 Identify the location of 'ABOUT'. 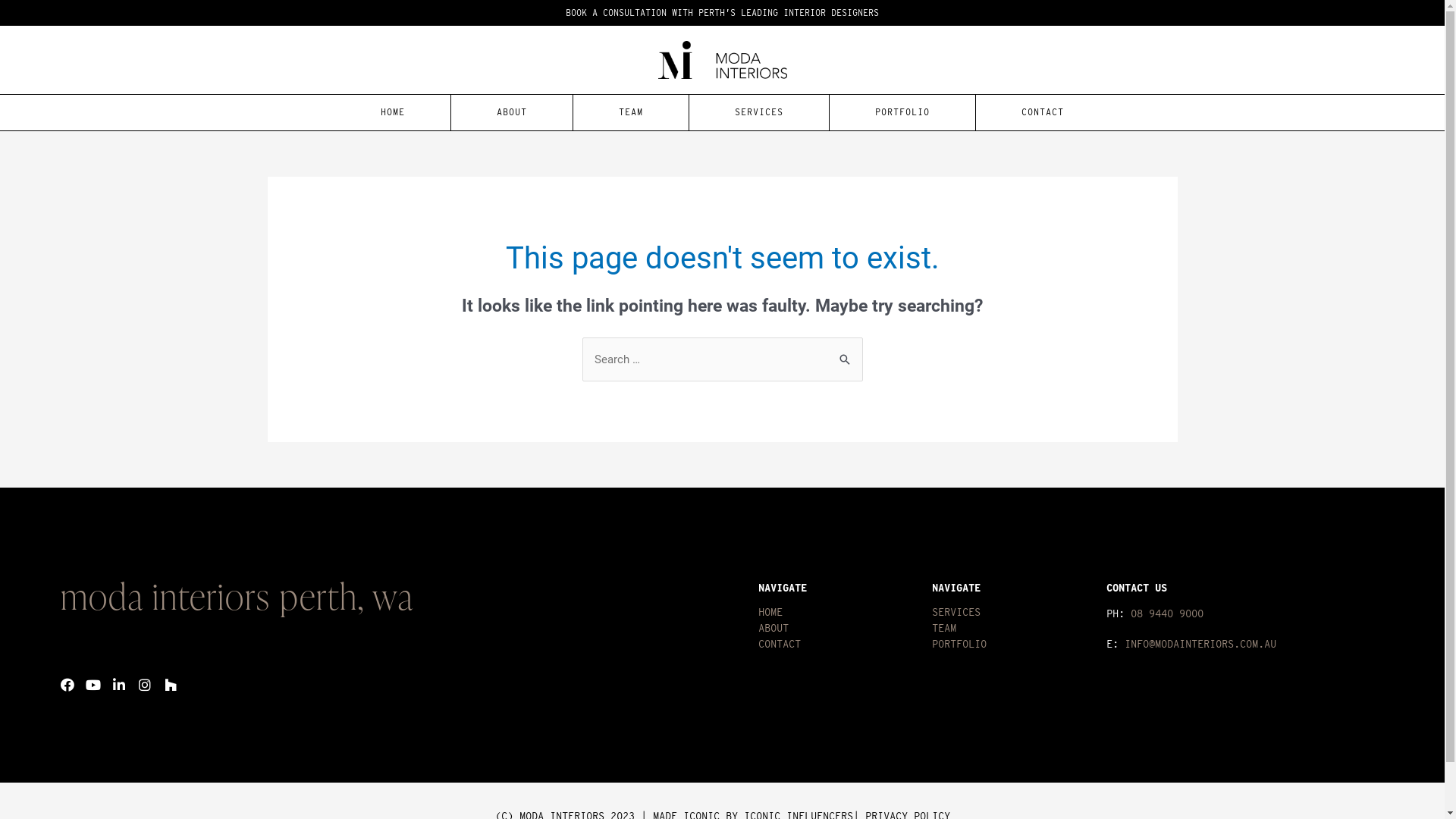
(512, 111).